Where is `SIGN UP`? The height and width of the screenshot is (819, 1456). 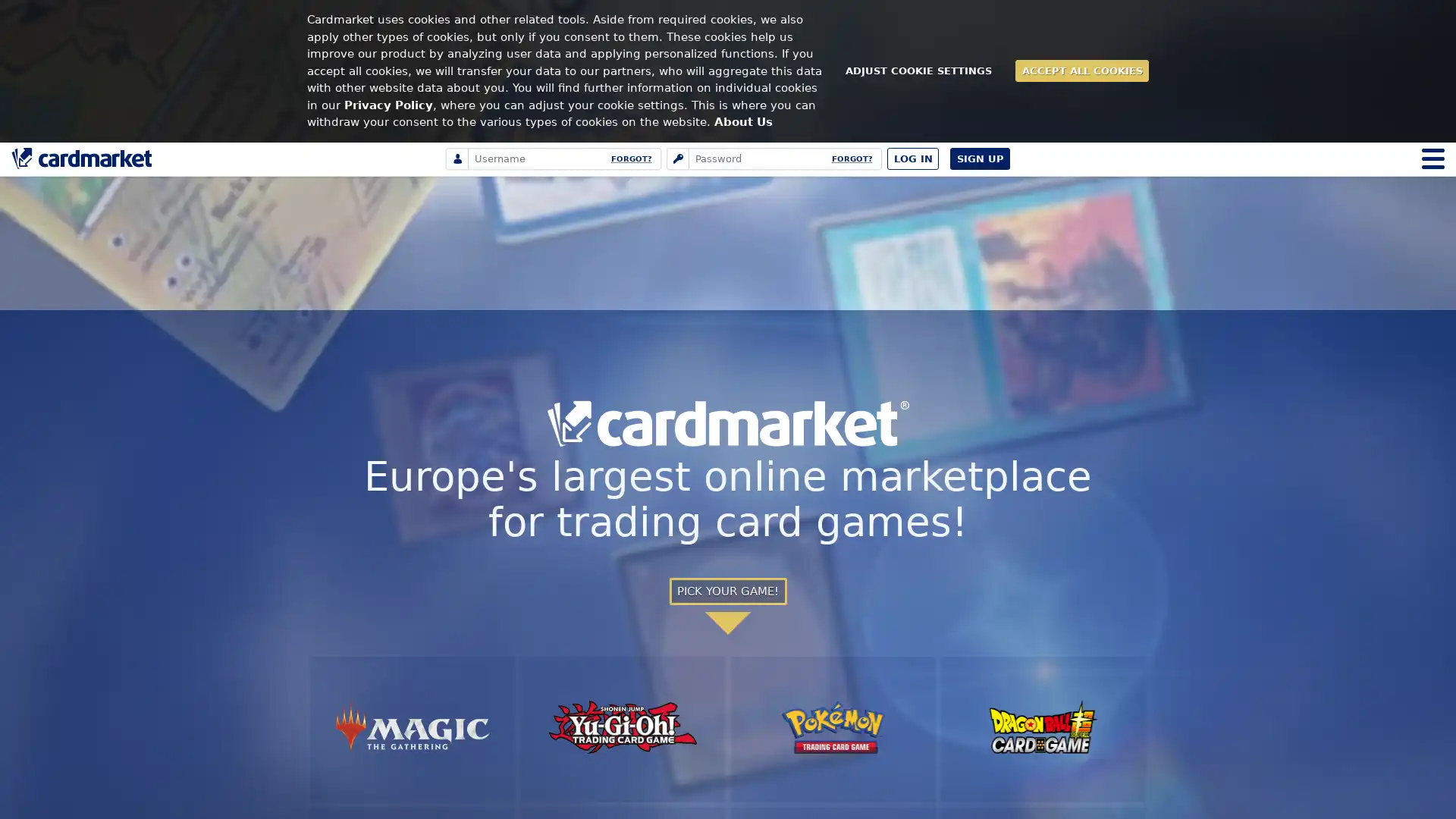
SIGN UP is located at coordinates (980, 158).